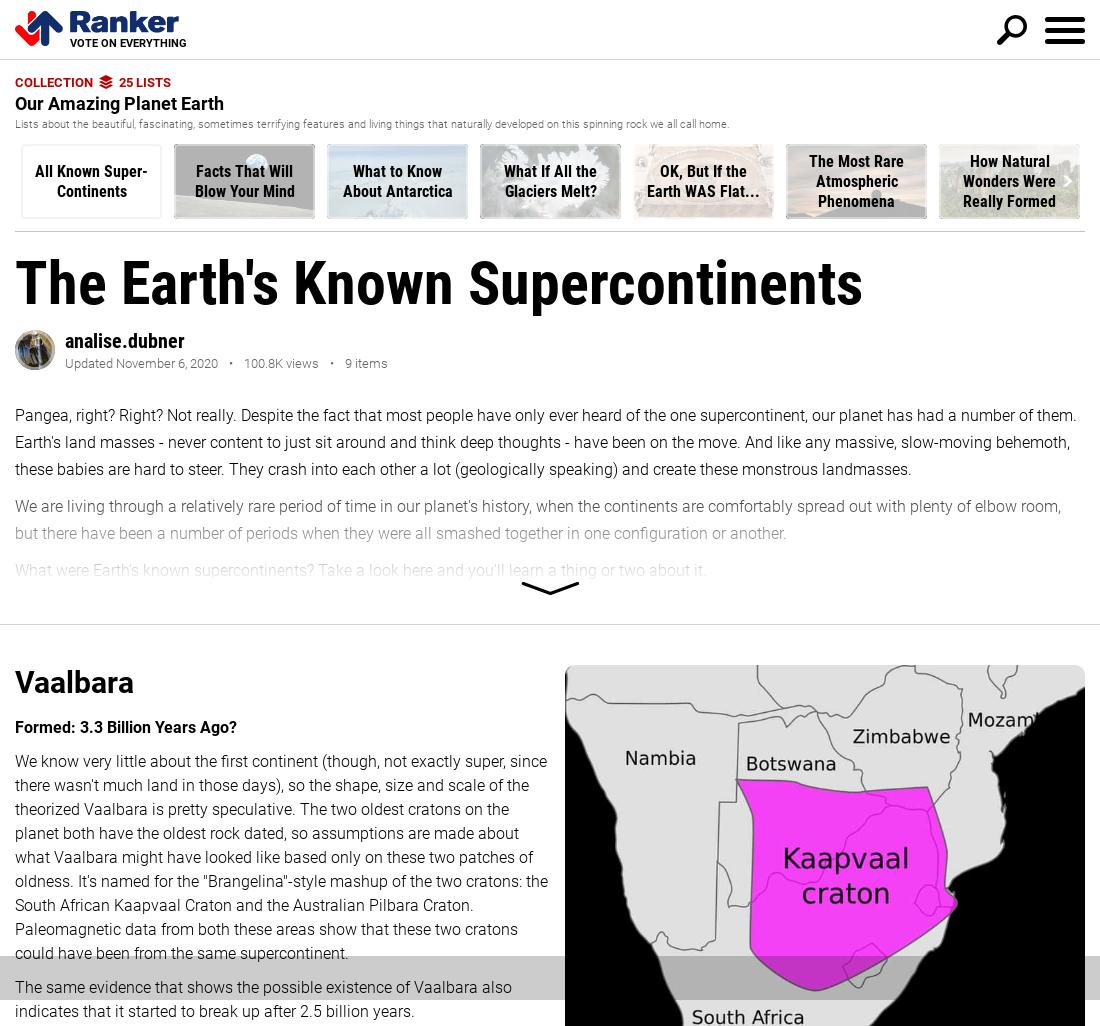 The image size is (1100, 1026). What do you see at coordinates (370, 361) in the screenshot?
I see `'items'` at bounding box center [370, 361].